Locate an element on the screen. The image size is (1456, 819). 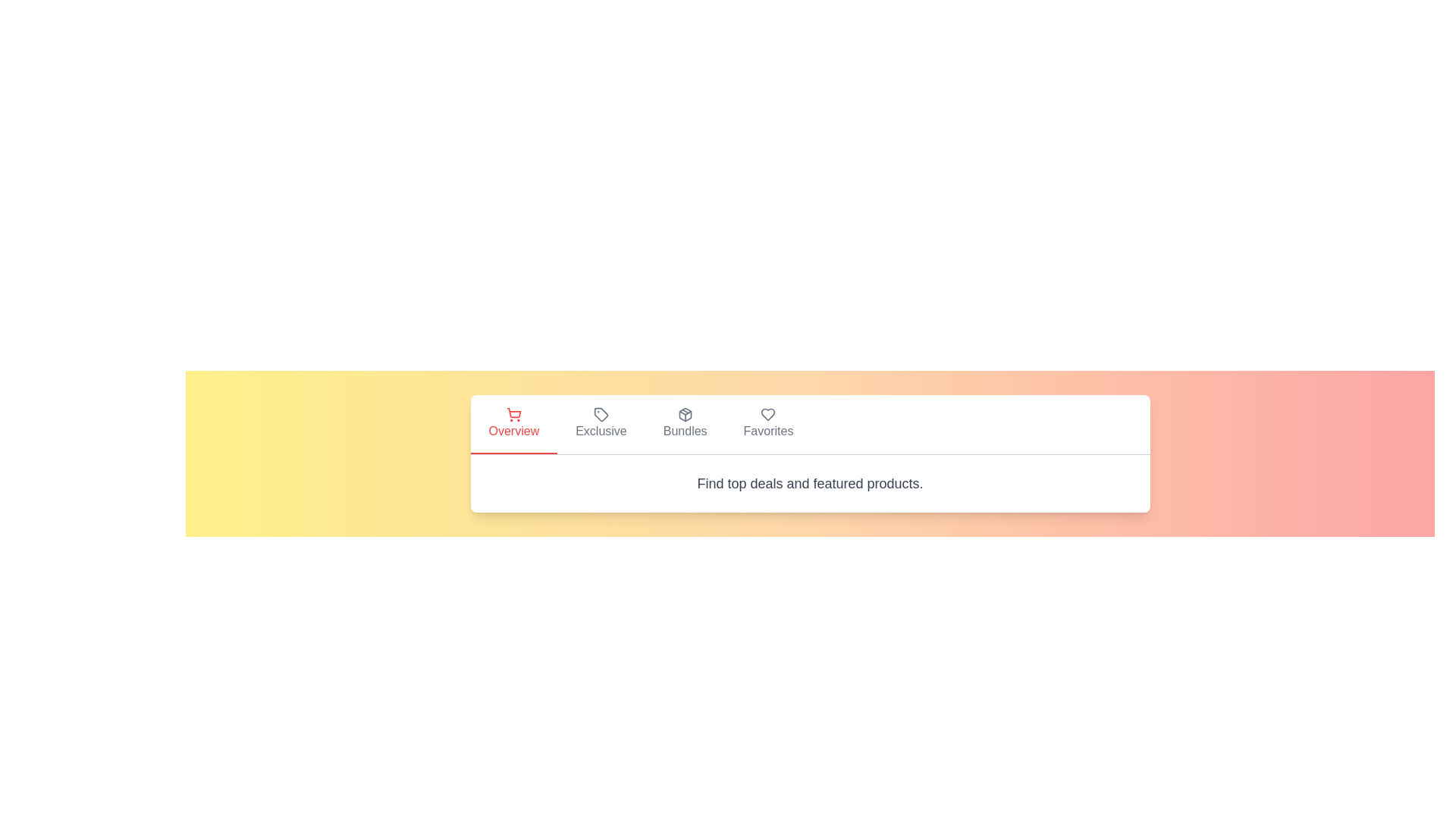
the tab labeled Favorites to observe visual feedback is located at coordinates (767, 424).